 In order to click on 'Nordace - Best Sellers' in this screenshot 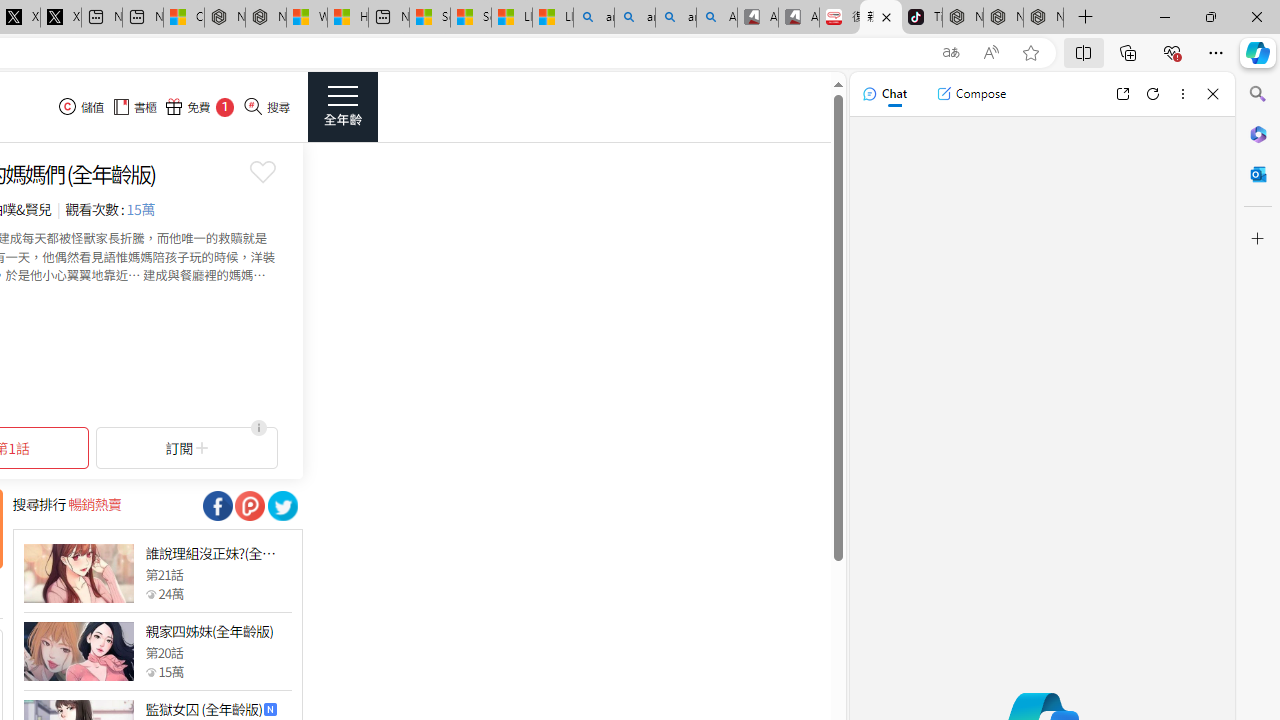, I will do `click(963, 17)`.